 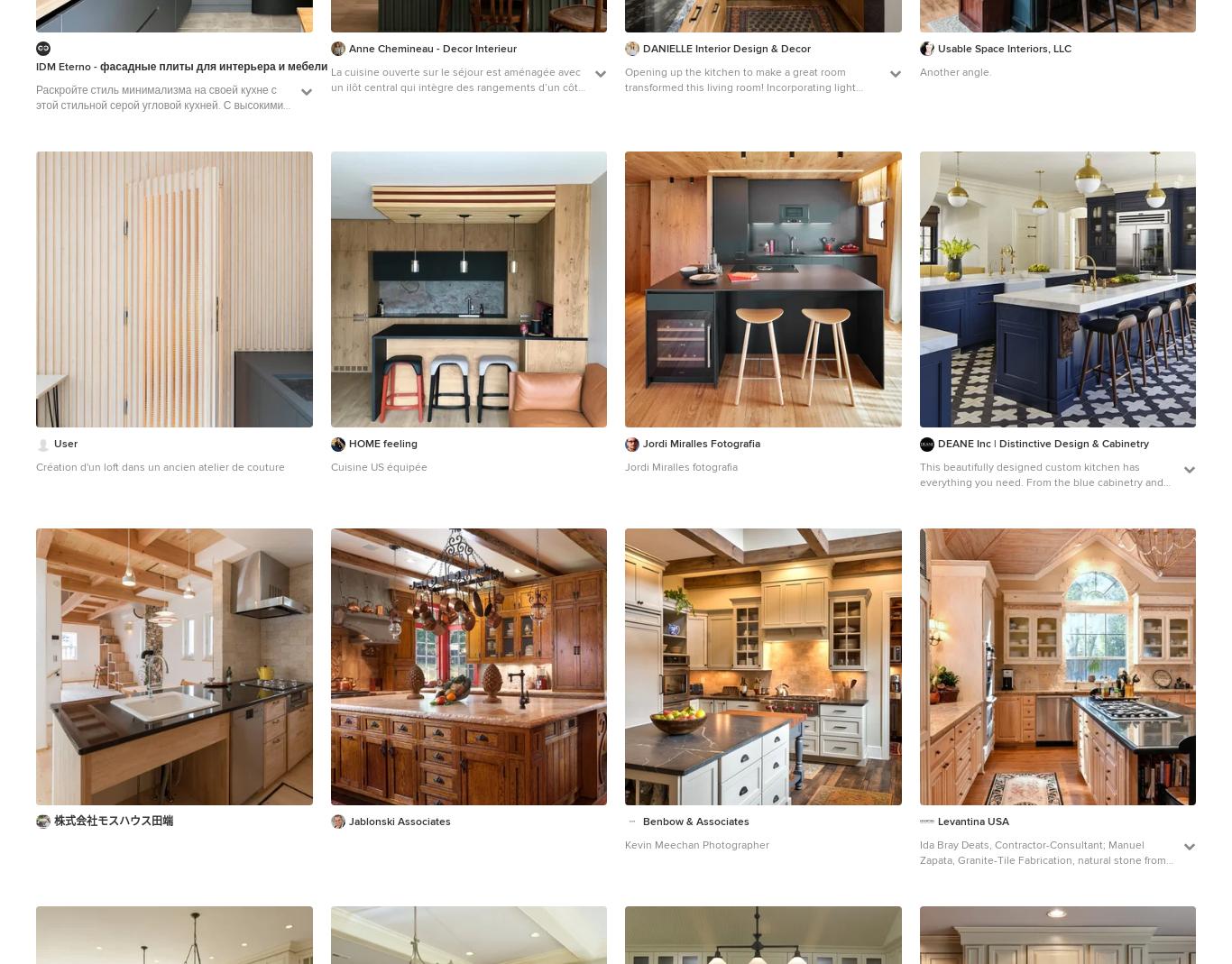 What do you see at coordinates (432, 47) in the screenshot?
I see `'Anne Chemineau - Decor Interieur'` at bounding box center [432, 47].